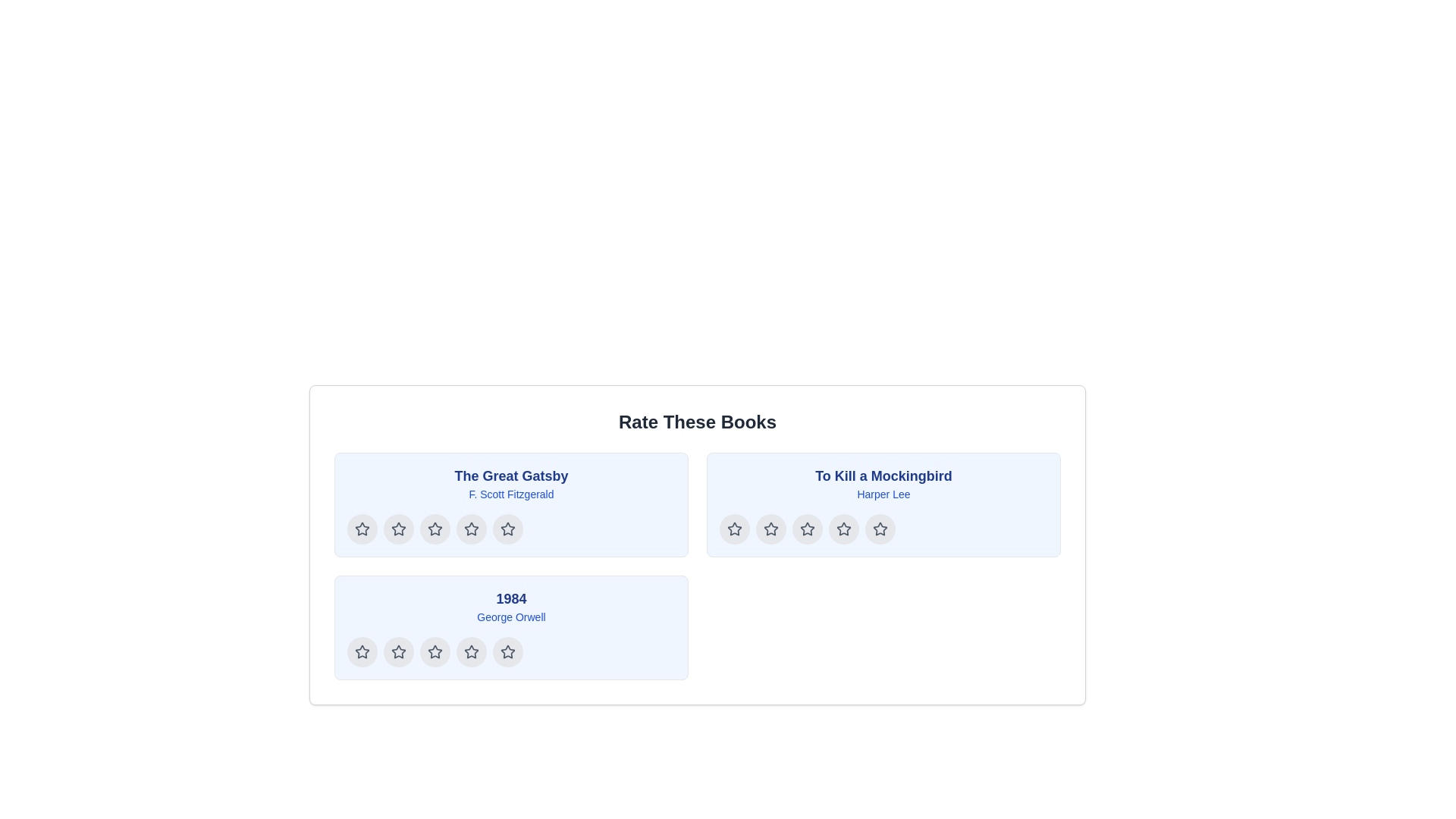 The height and width of the screenshot is (819, 1456). What do you see at coordinates (435, 529) in the screenshot?
I see `the third star rating button in the horizontal sequence of five stars for the book 'The Great Gatsby'` at bounding box center [435, 529].